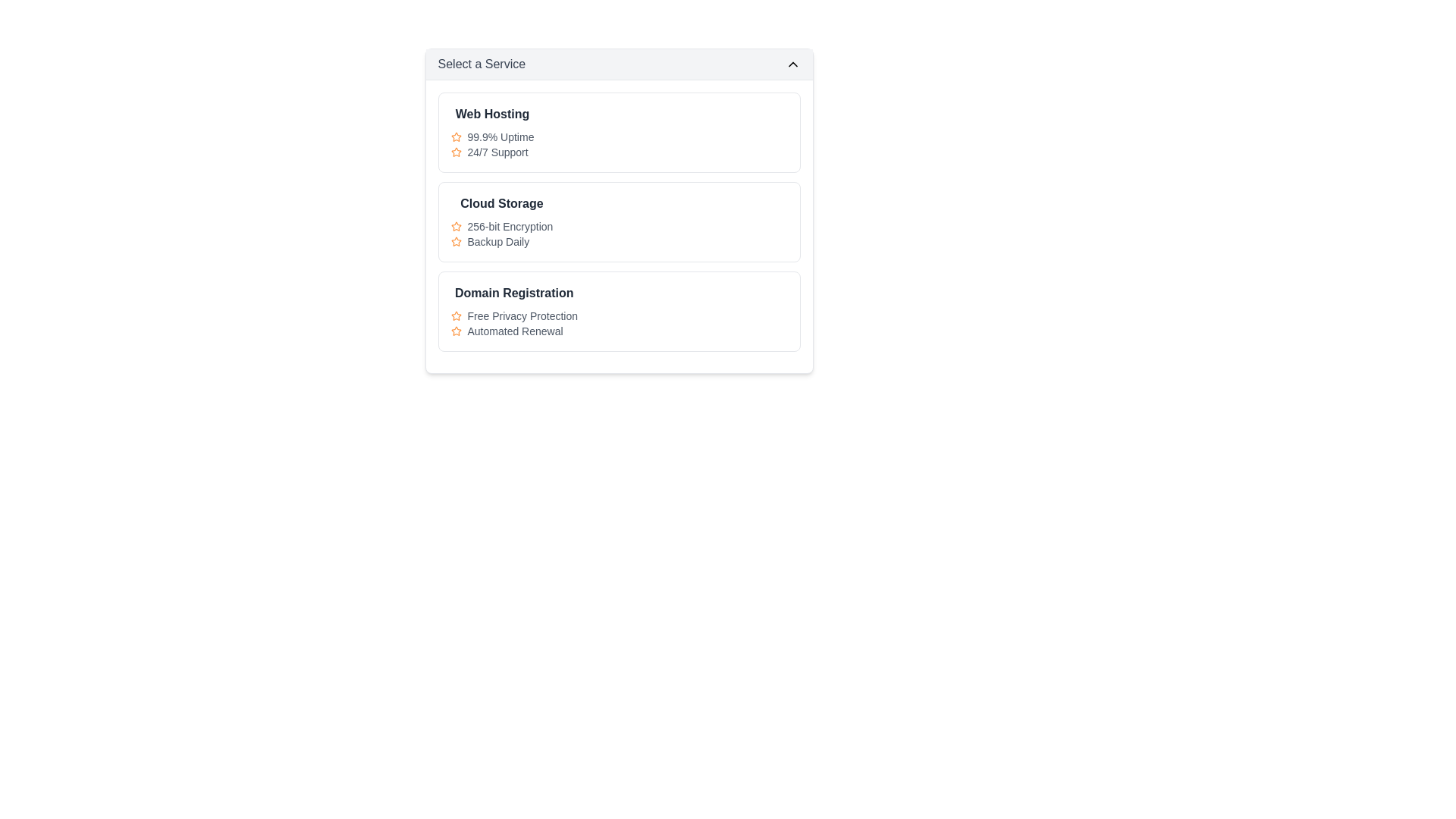  What do you see at coordinates (492, 137) in the screenshot?
I see `the informational text indicating the uptime guarantee for the 'Web Hosting' service, which is the first feature listed under 'Web Hosting'` at bounding box center [492, 137].